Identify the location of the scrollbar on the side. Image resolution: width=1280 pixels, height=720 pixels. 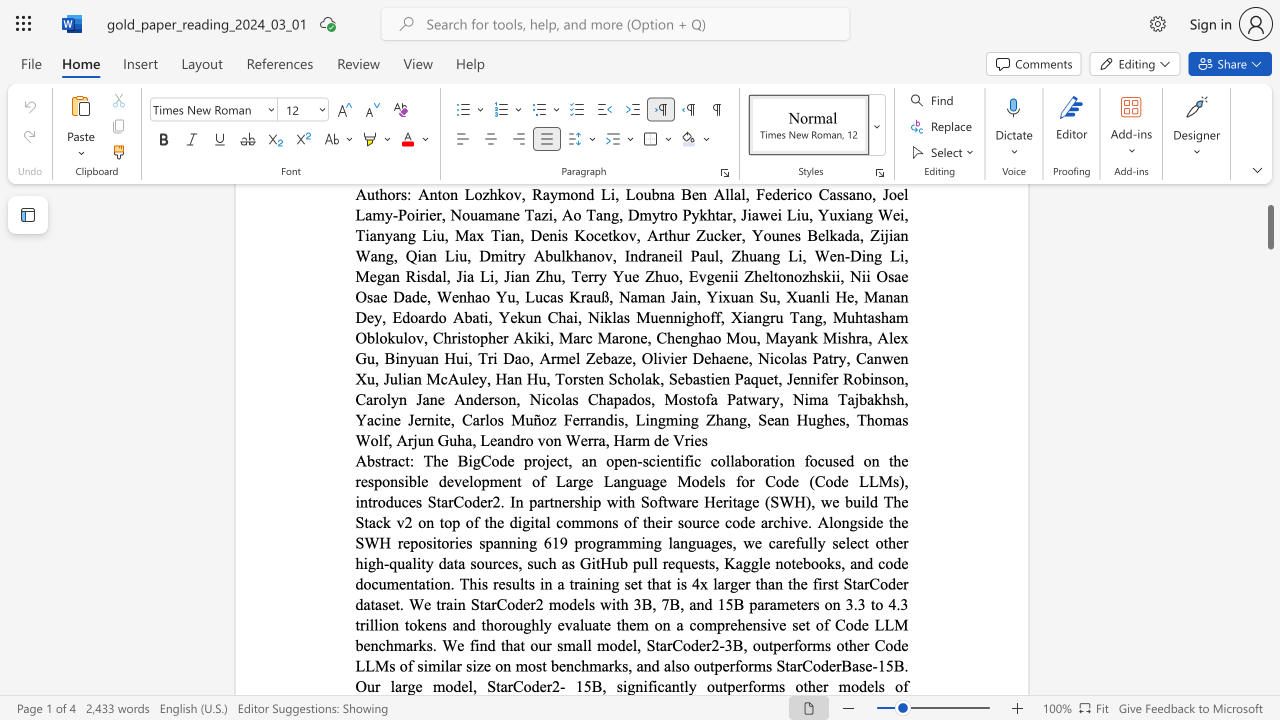
(1269, 290).